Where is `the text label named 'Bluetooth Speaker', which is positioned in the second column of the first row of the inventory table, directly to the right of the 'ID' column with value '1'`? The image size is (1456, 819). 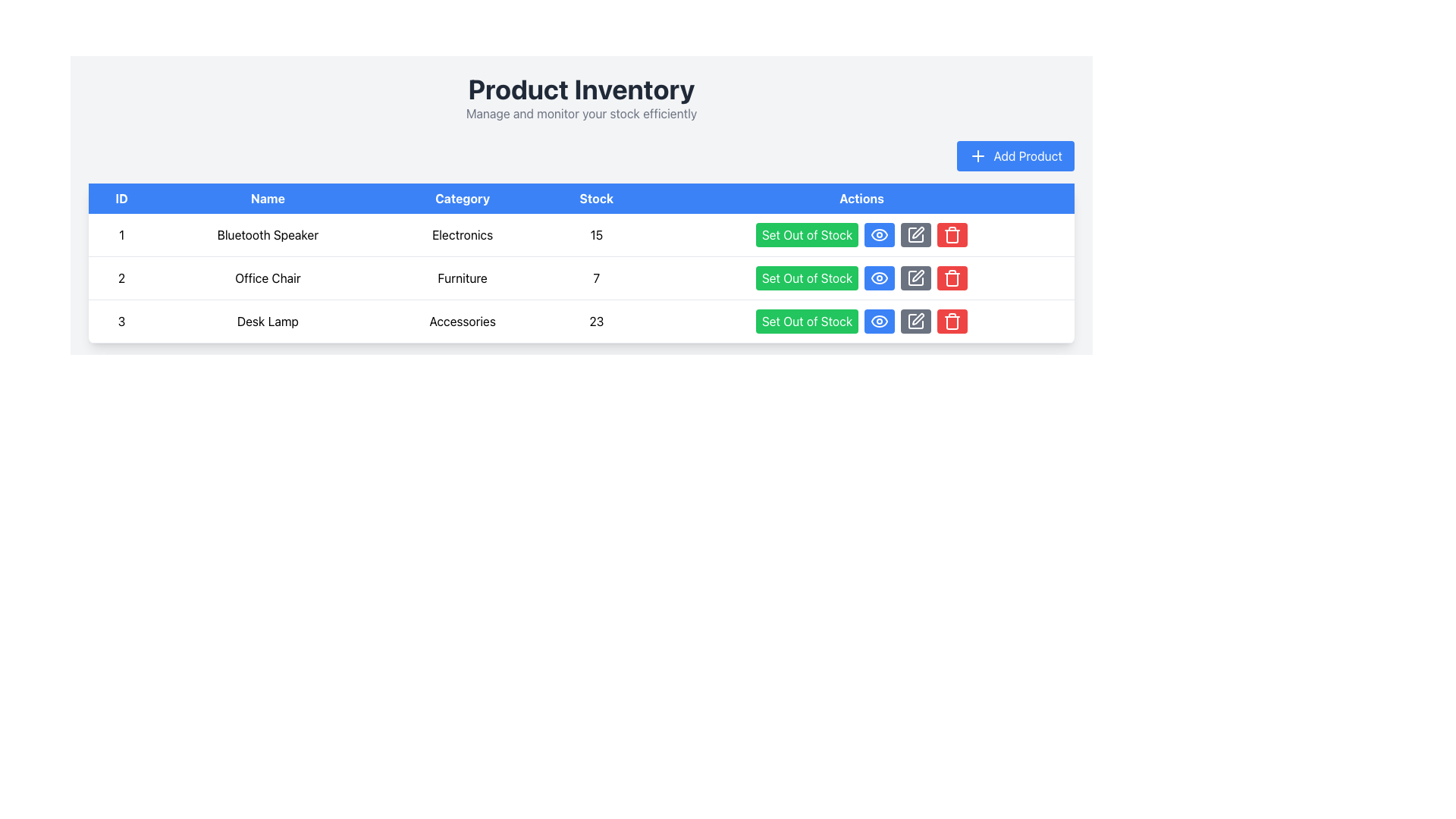 the text label named 'Bluetooth Speaker', which is positioned in the second column of the first row of the inventory table, directly to the right of the 'ID' column with value '1' is located at coordinates (268, 235).